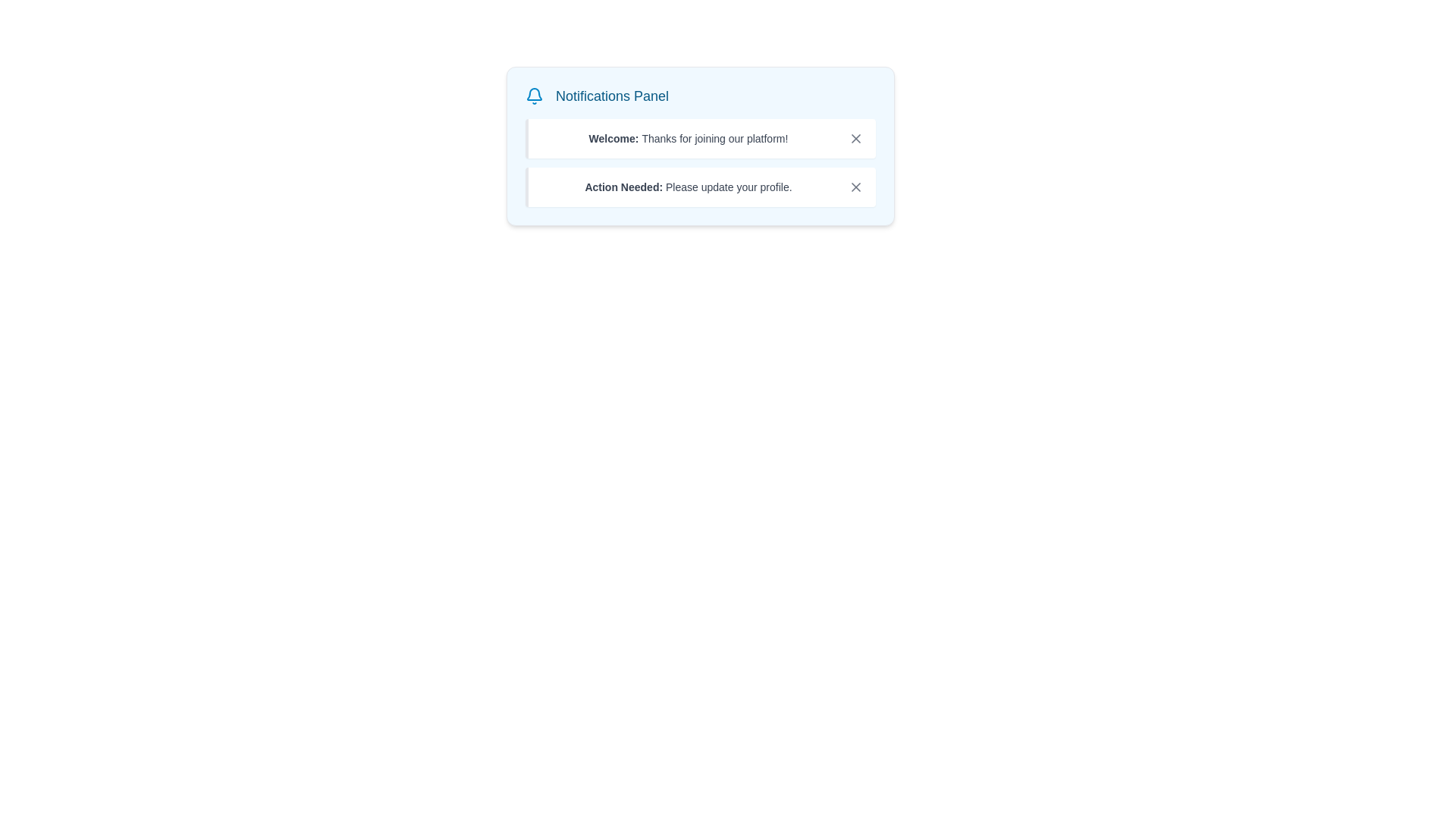 The height and width of the screenshot is (819, 1456). Describe the element at coordinates (612, 96) in the screenshot. I see `the Text Label that indicates the purpose of the notification area, located to the right of the bell icon in the notification header` at that location.